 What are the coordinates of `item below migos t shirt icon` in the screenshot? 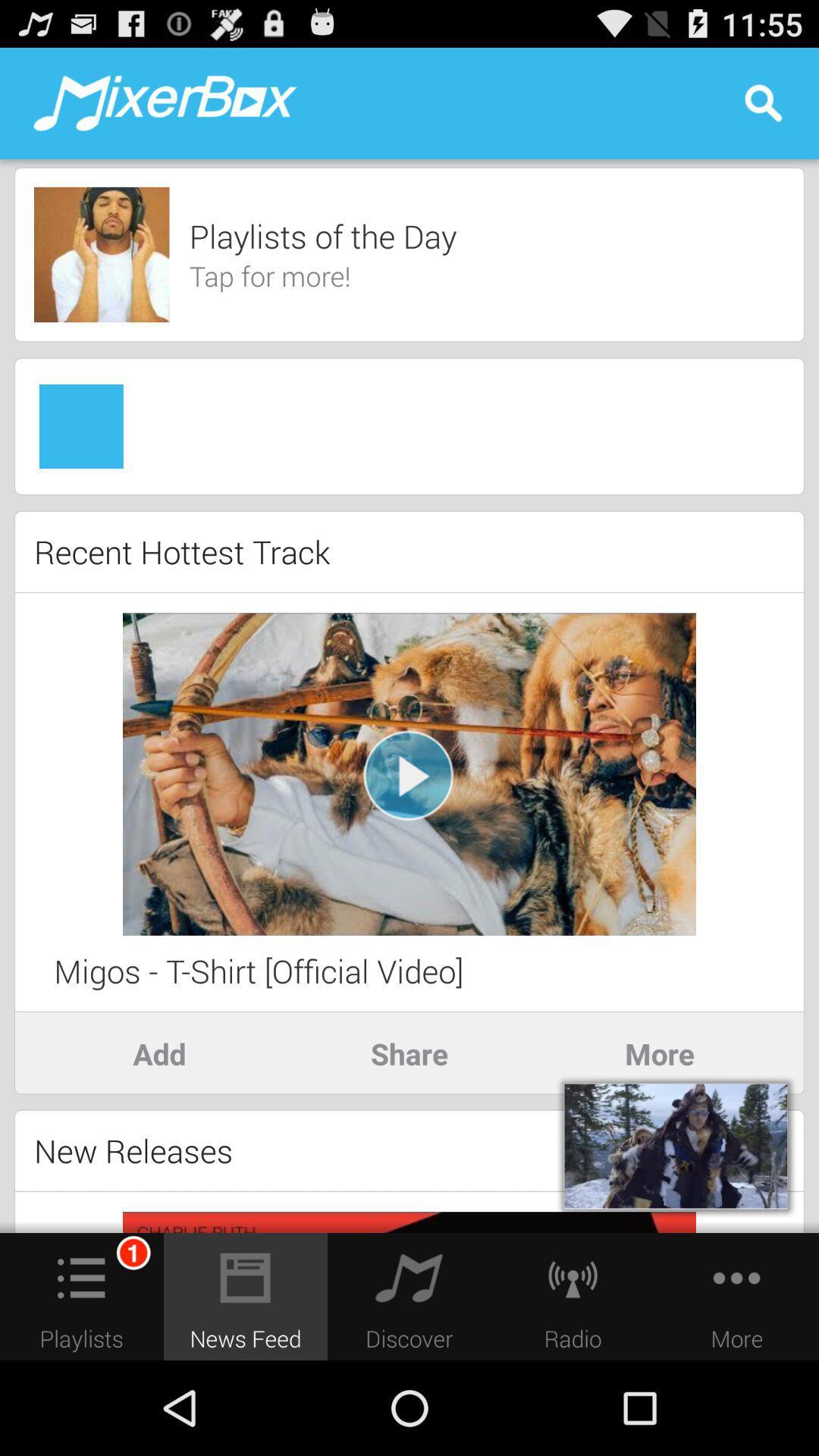 It's located at (409, 1053).